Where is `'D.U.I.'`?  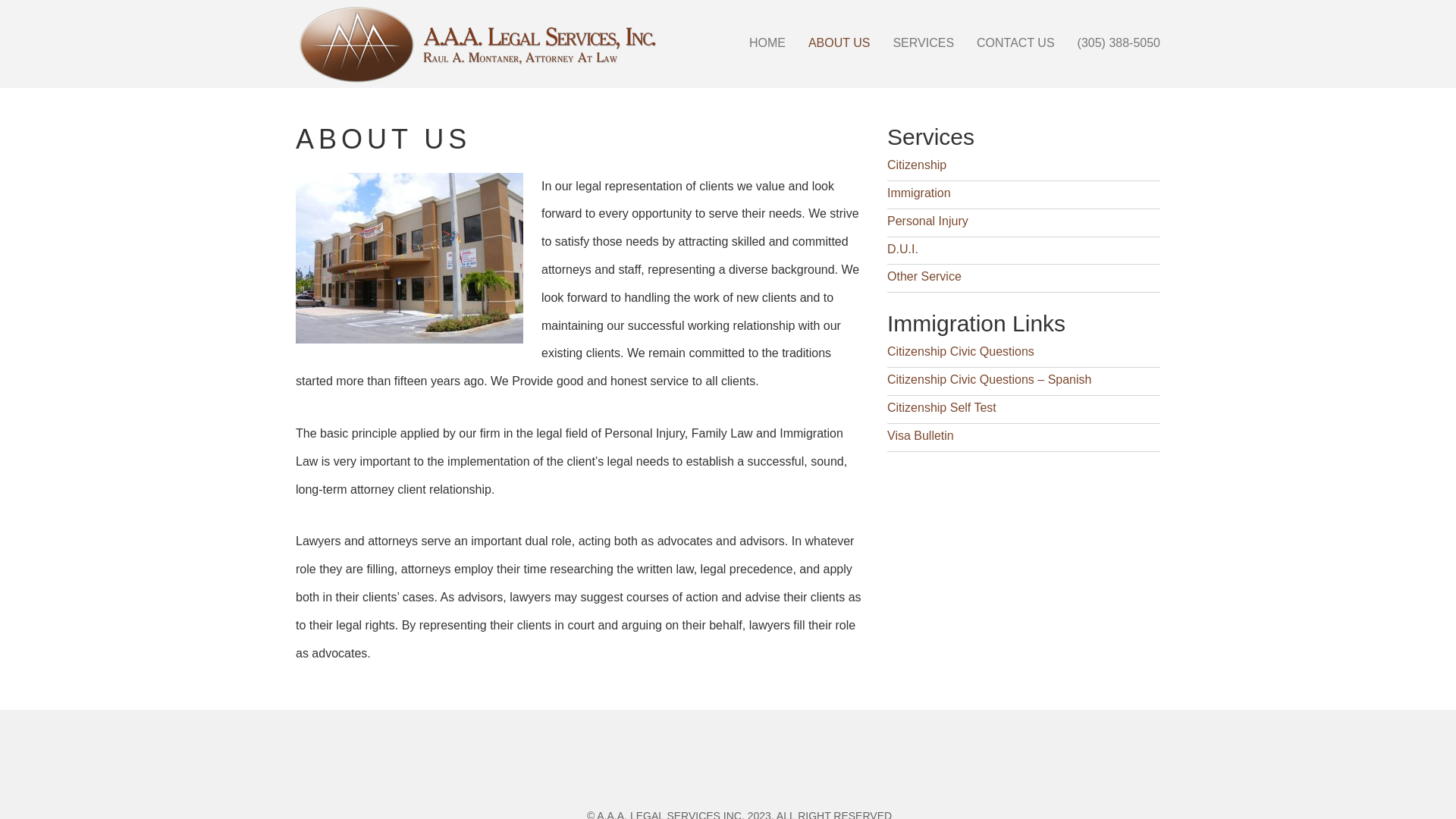 'D.U.I.' is located at coordinates (887, 248).